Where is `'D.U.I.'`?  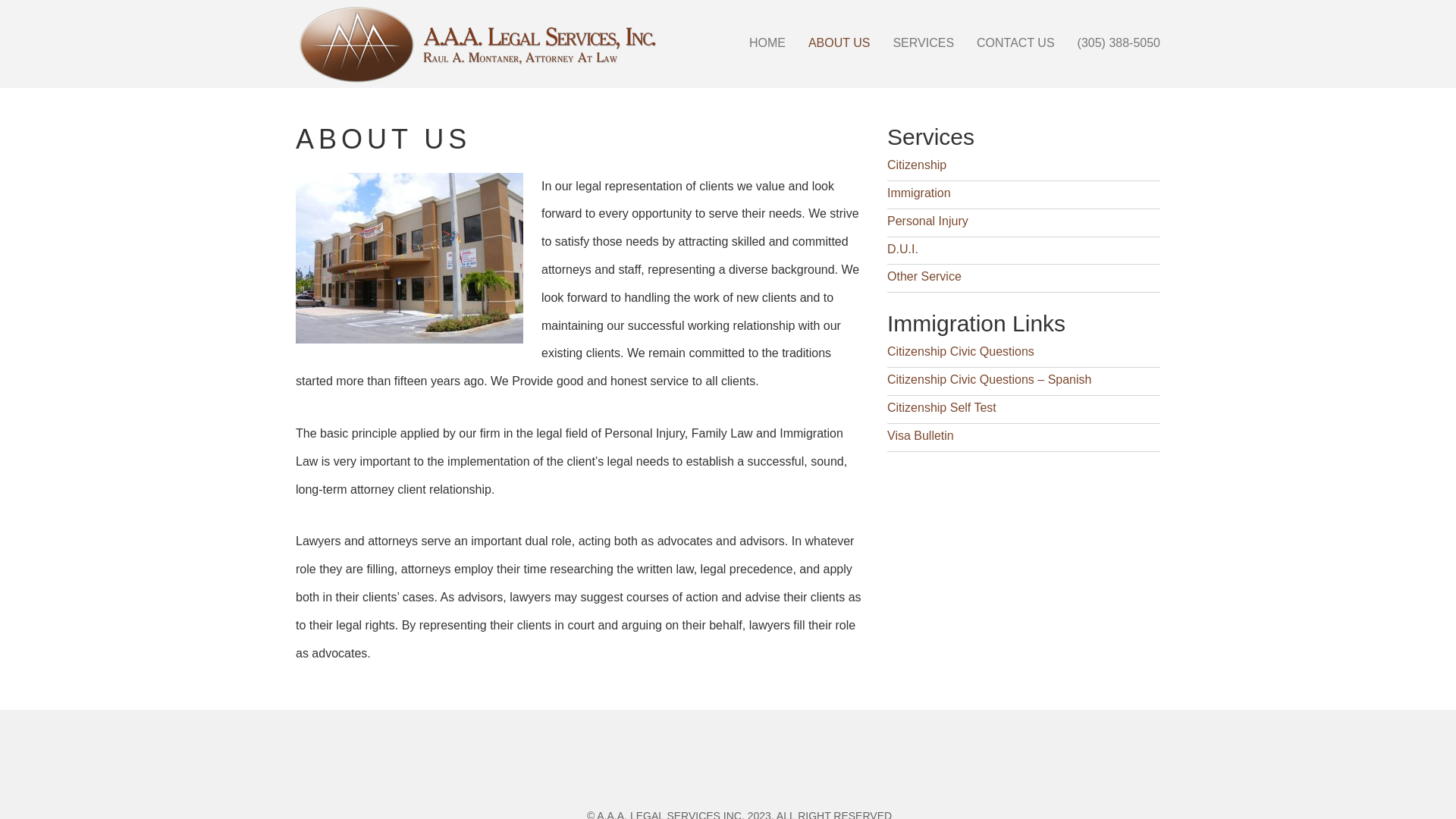 'D.U.I.' is located at coordinates (887, 248).